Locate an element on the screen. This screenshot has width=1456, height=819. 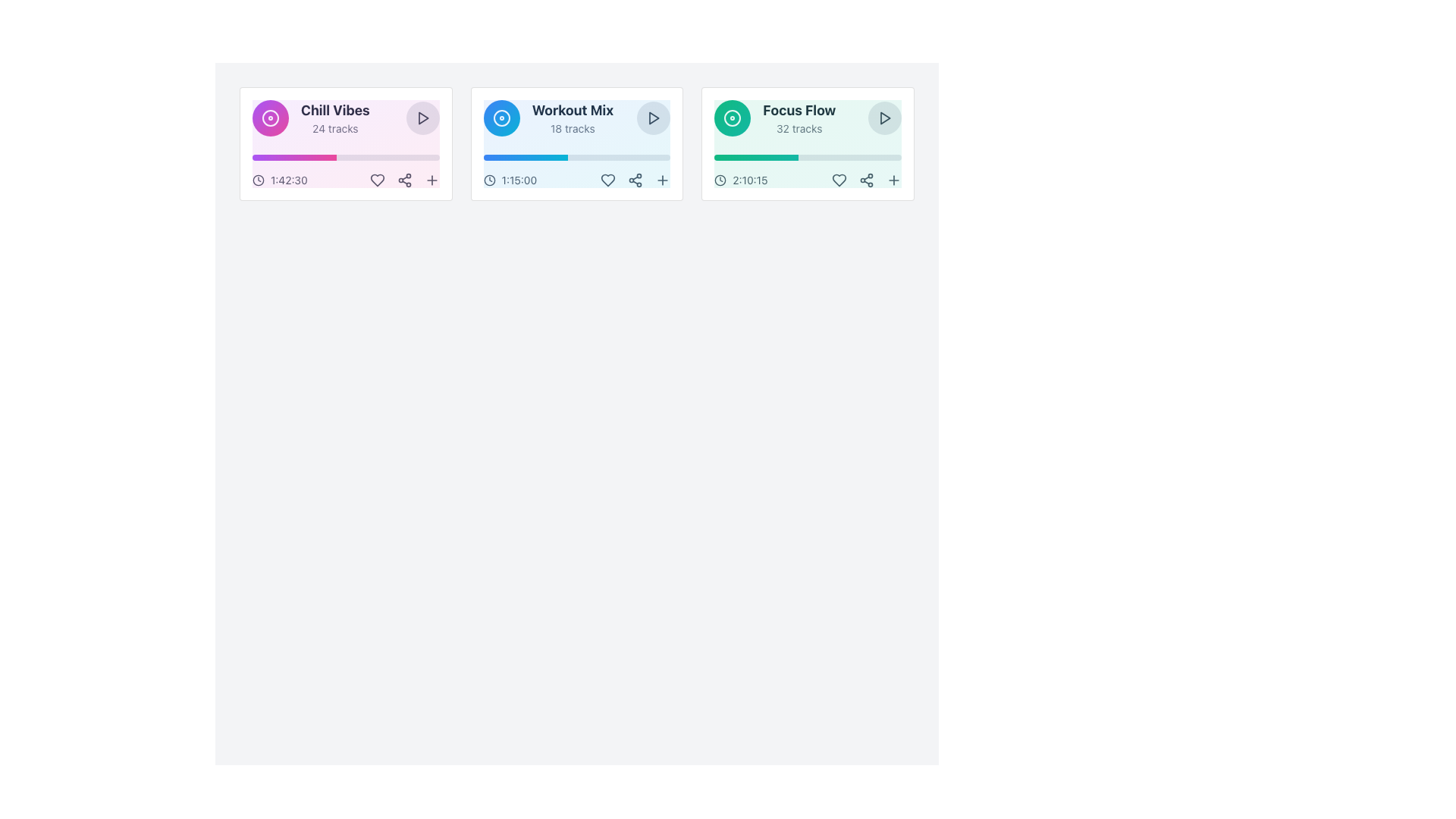
the share icon button located at the bottom right of the 'Chill Vibes' card in the first column of the cards grid is located at coordinates (404, 180).